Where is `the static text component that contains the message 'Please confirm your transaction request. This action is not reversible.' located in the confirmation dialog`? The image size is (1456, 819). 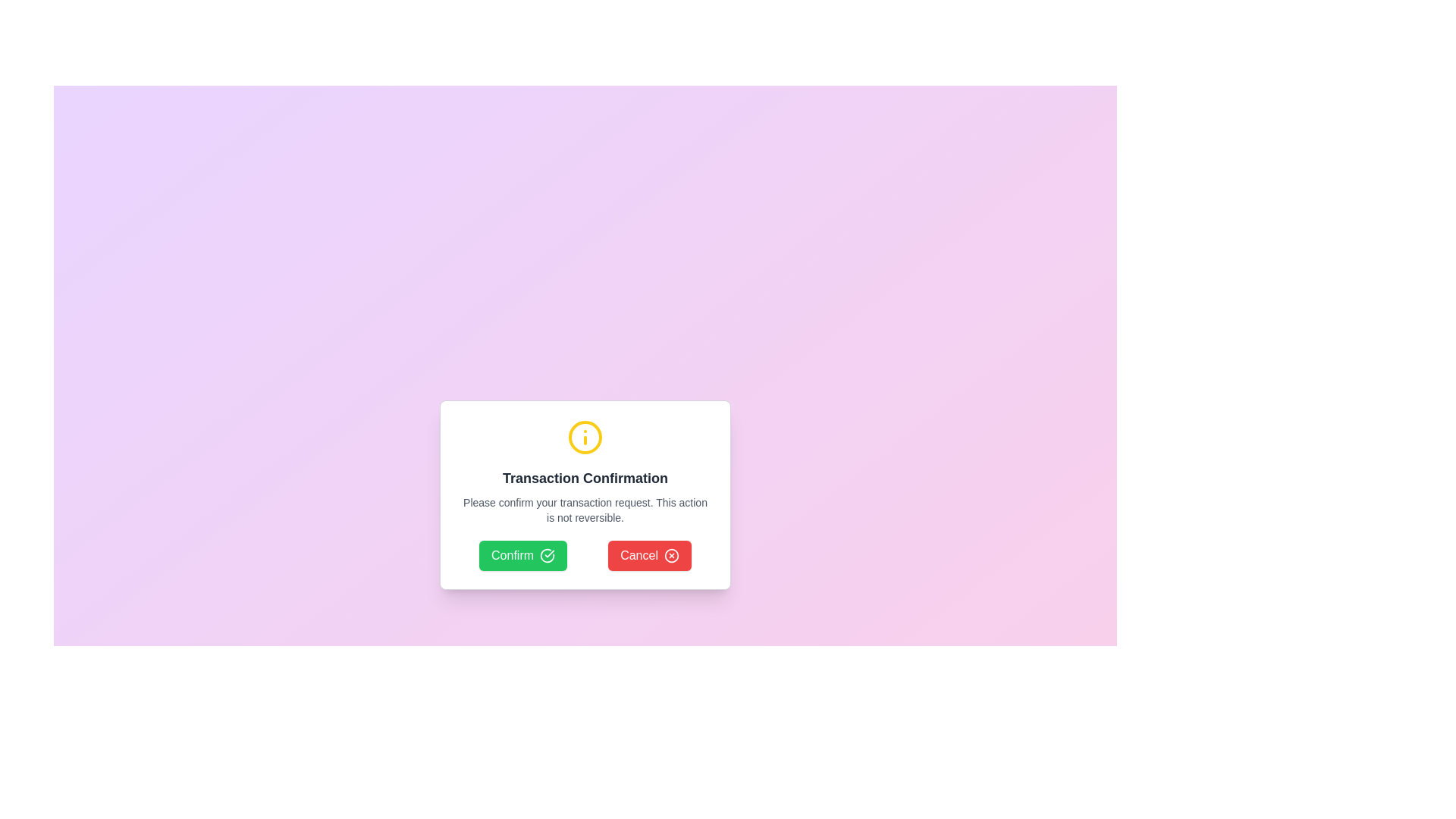
the static text component that contains the message 'Please confirm your transaction request. This action is not reversible.' located in the confirmation dialog is located at coordinates (585, 510).